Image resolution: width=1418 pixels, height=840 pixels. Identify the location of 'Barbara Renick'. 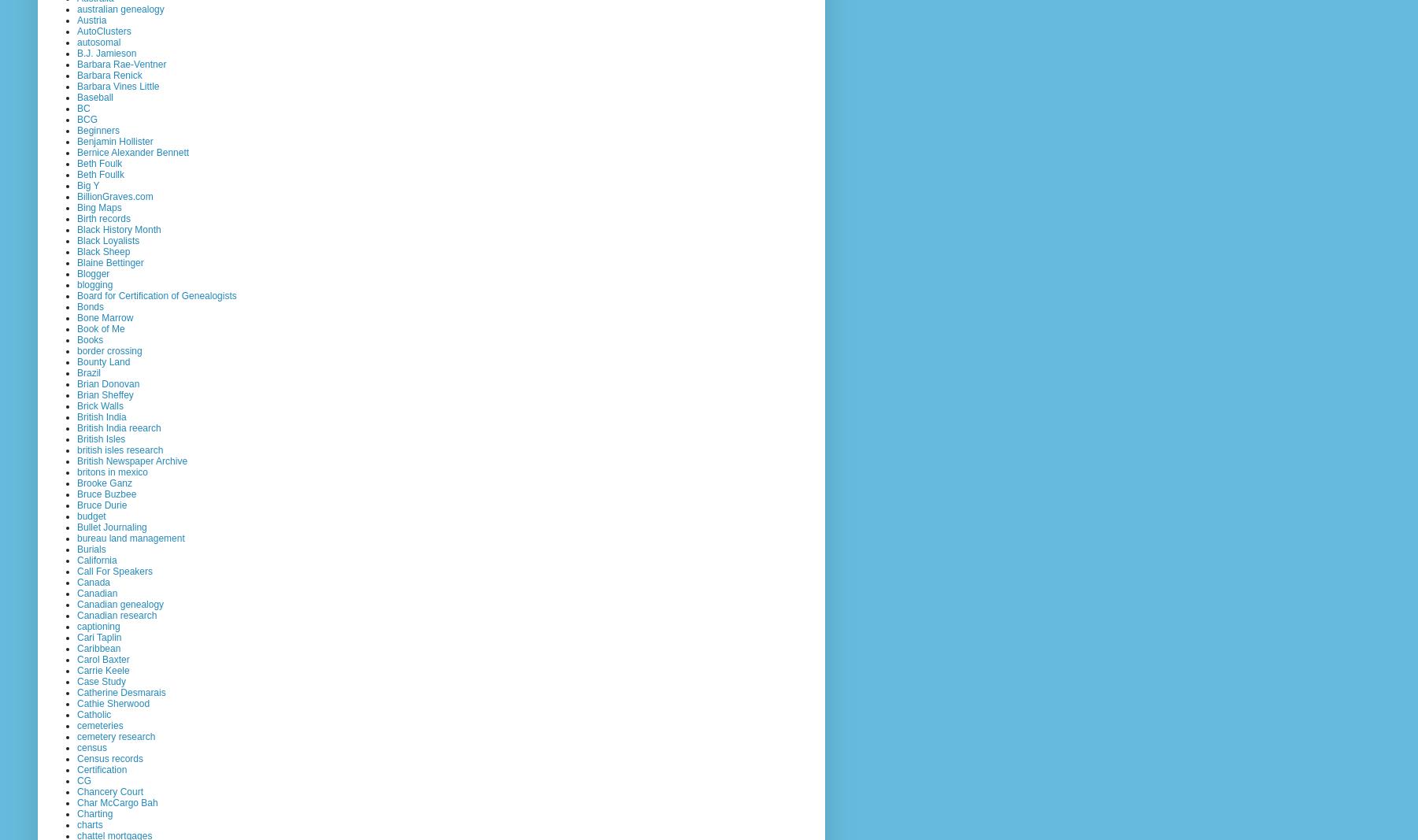
(109, 73).